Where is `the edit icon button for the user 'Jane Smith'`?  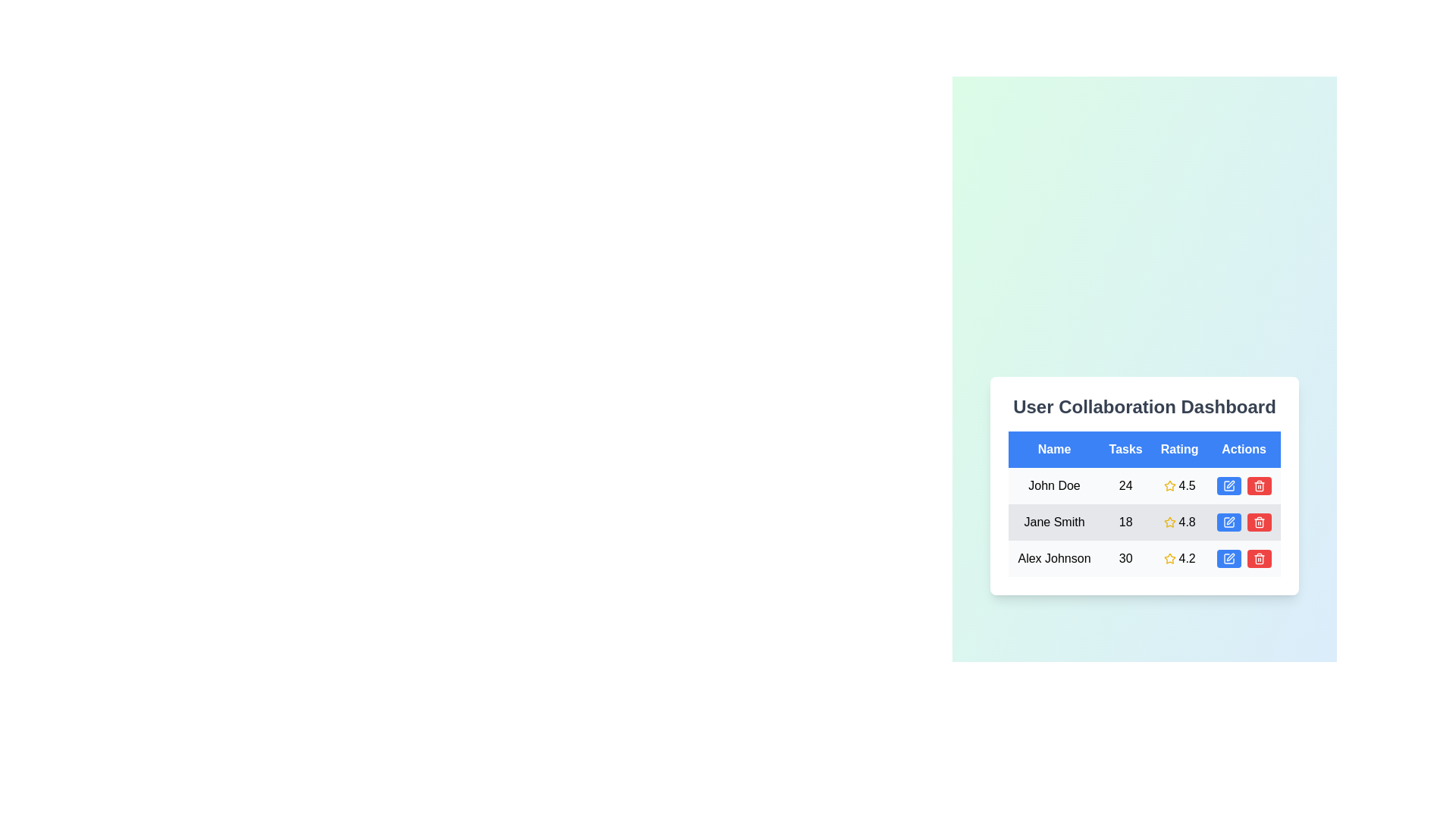
the edit icon button for the user 'Jane Smith' is located at coordinates (1228, 522).